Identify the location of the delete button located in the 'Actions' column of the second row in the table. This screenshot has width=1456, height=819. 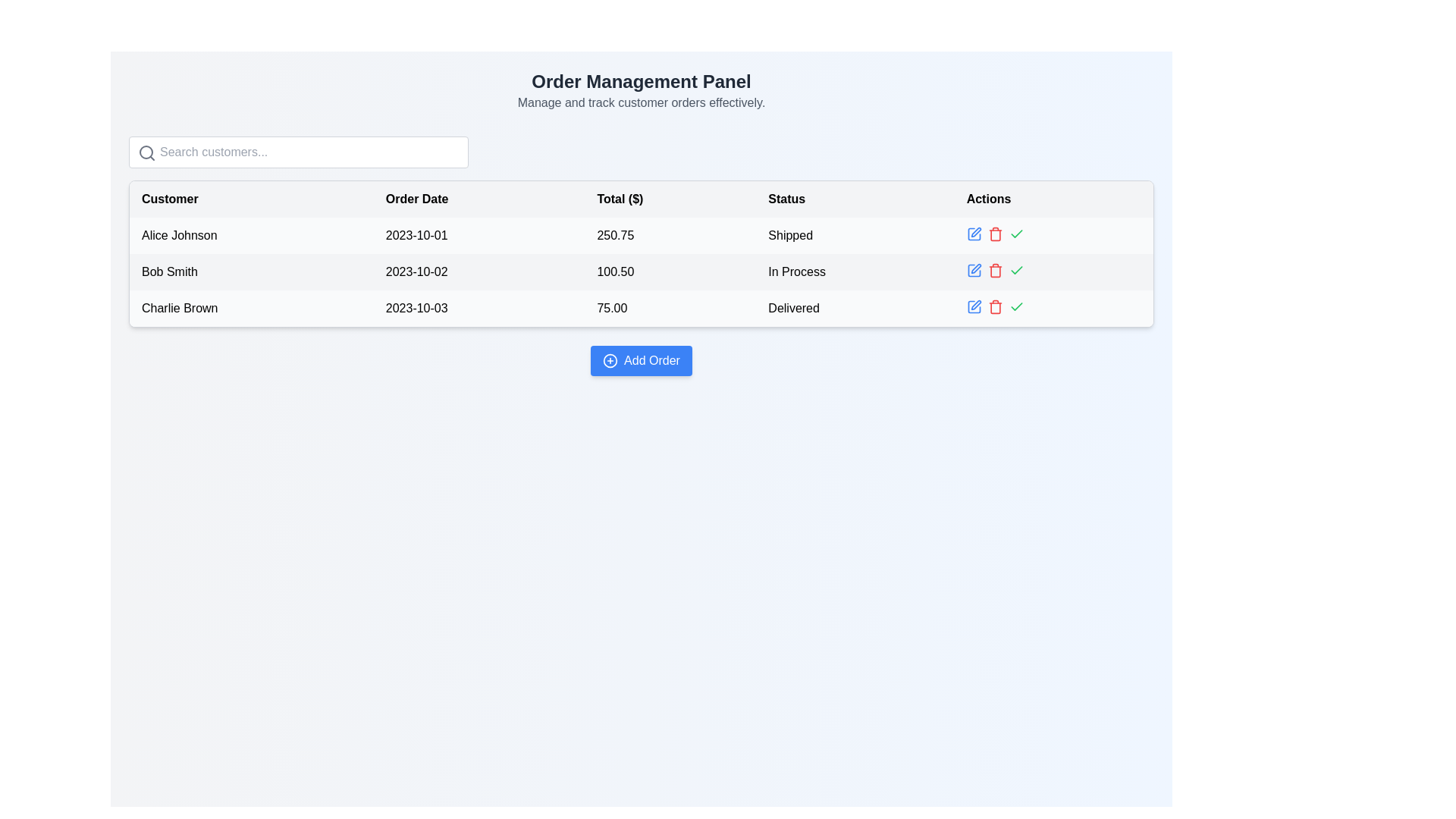
(994, 270).